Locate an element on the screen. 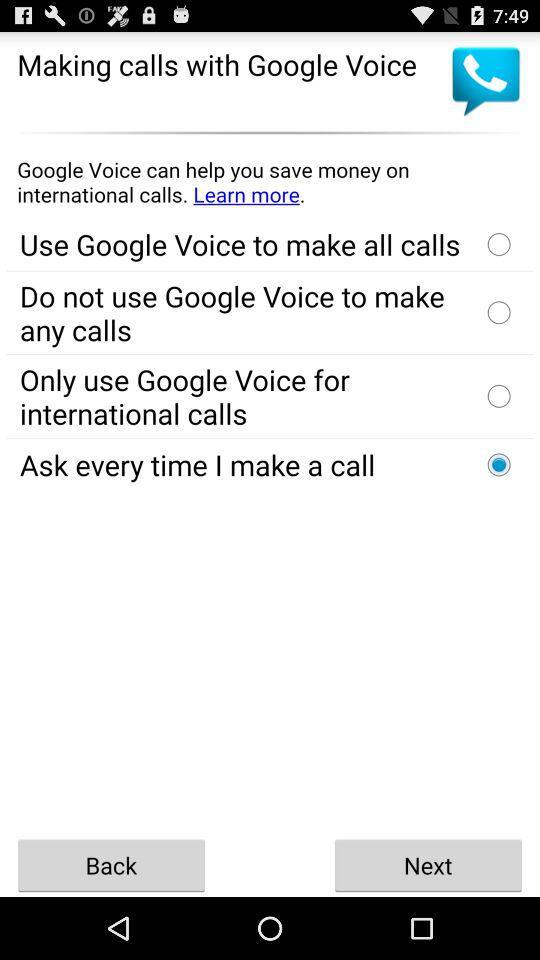 The height and width of the screenshot is (960, 540). option button is located at coordinates (498, 395).